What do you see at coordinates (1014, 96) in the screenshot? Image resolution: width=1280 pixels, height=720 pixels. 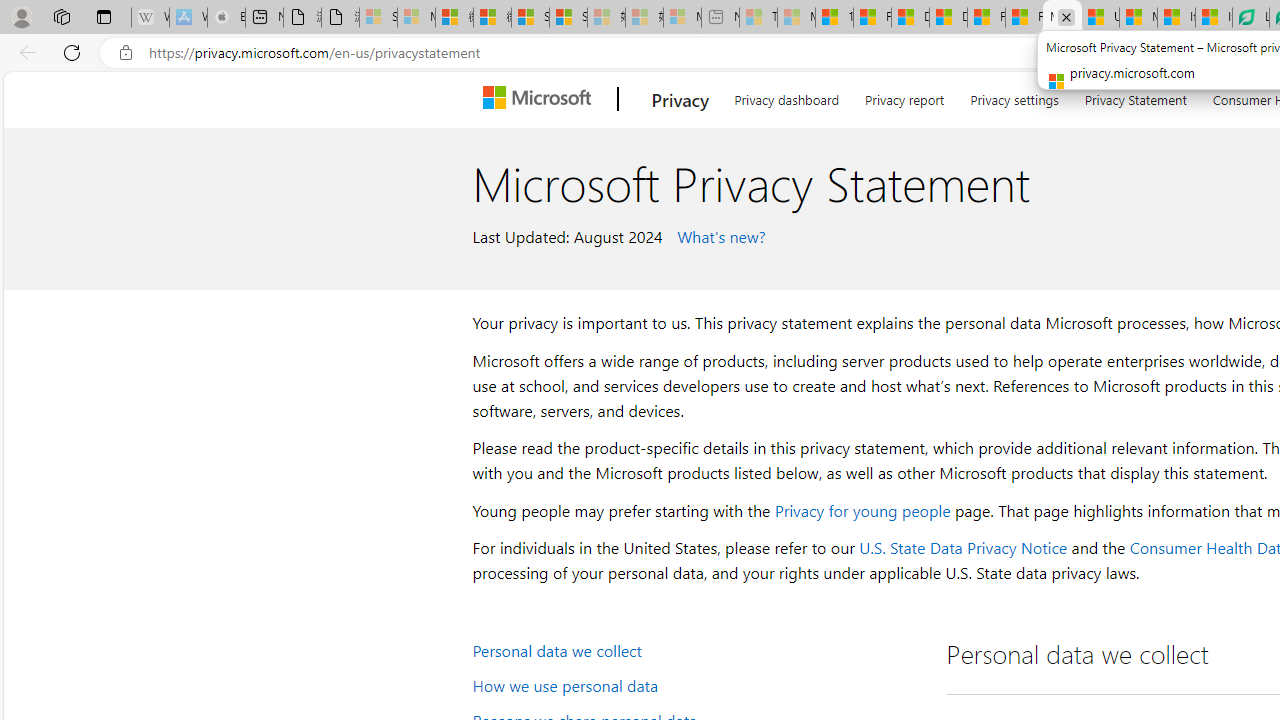 I see `'Privacy settings'` at bounding box center [1014, 96].